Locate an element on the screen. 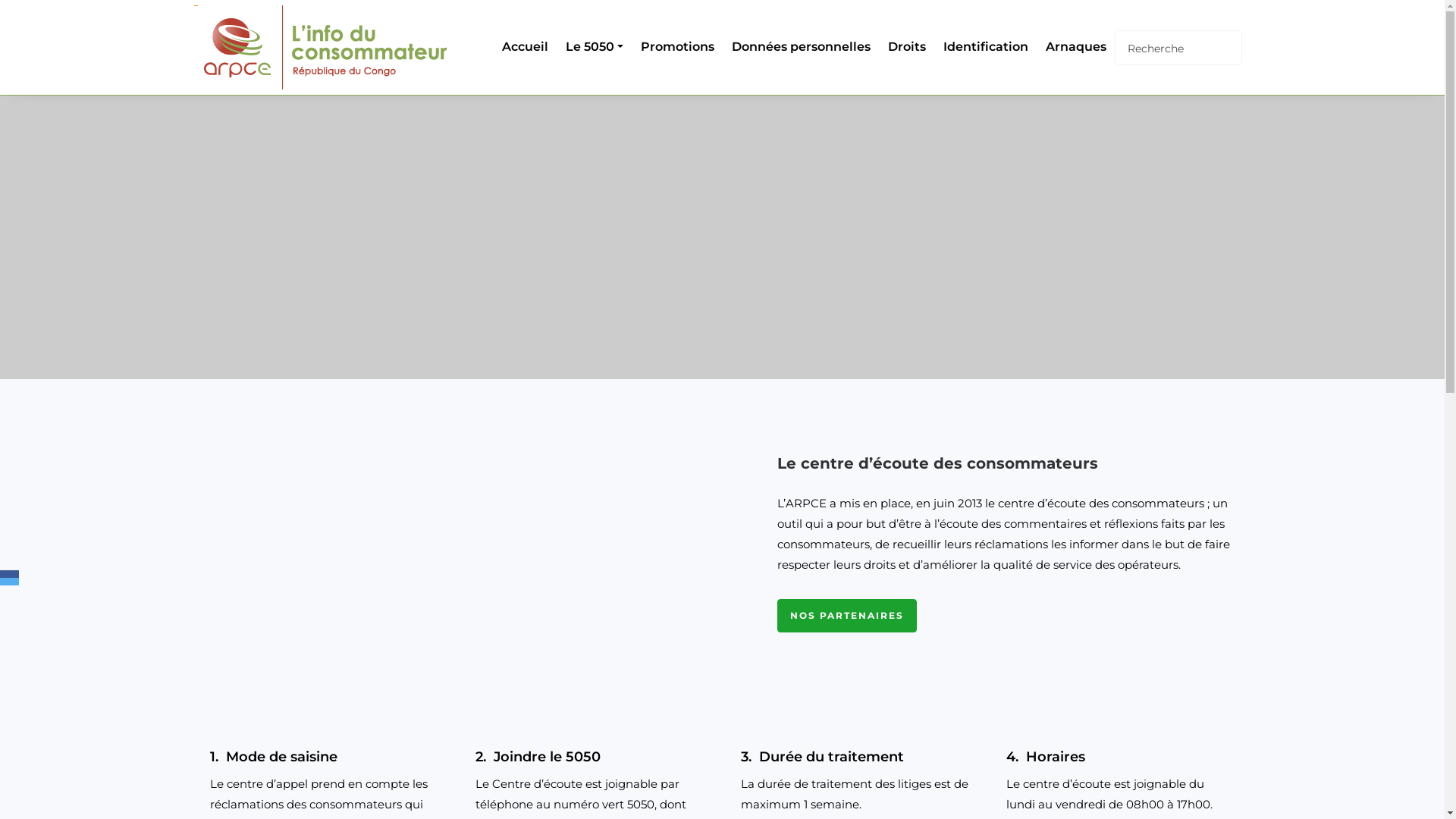  '4.  Horaires' is located at coordinates (1120, 757).